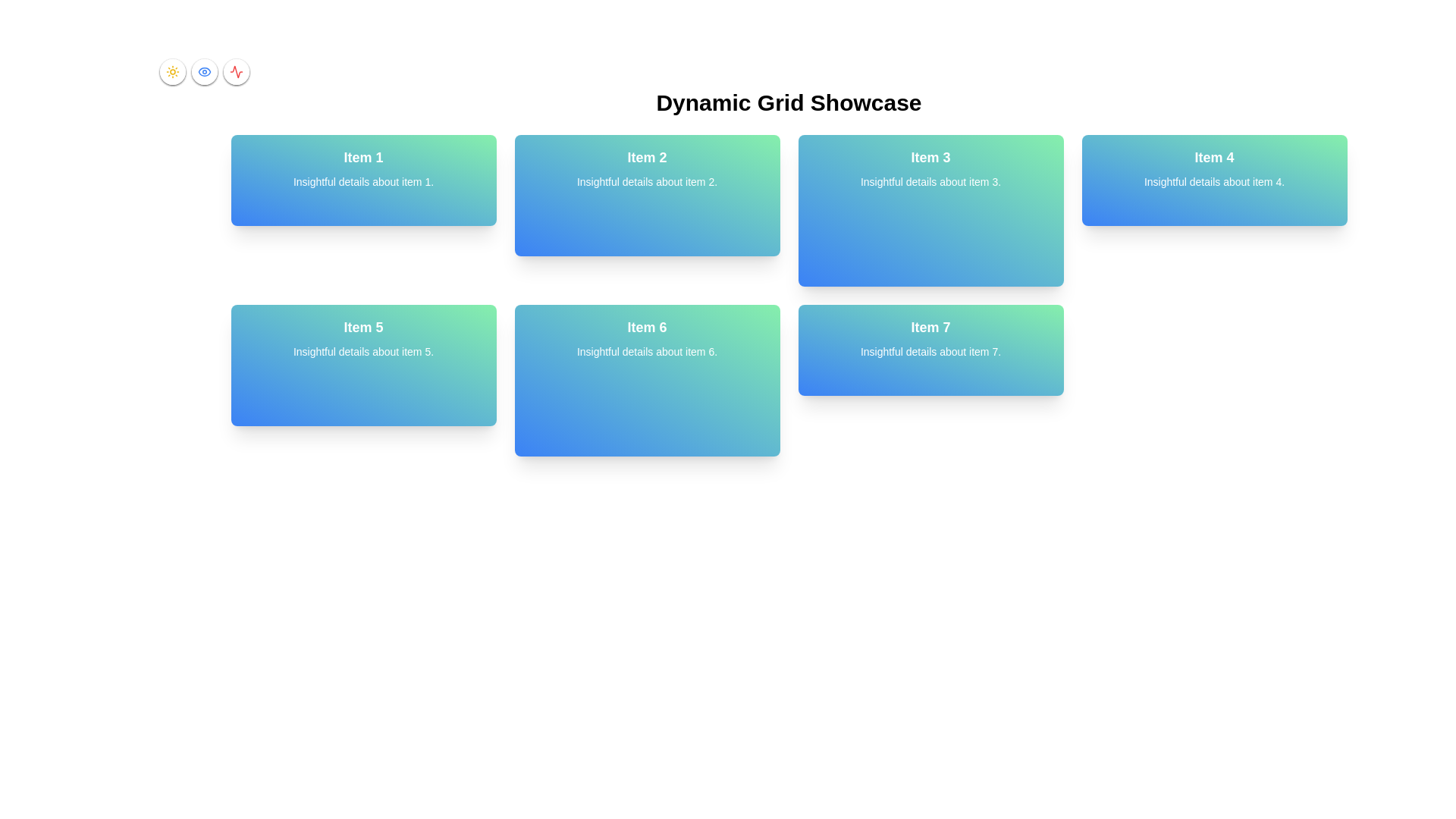  What do you see at coordinates (203, 72) in the screenshot?
I see `the circular button with a white background and a blue eye icon in its center` at bounding box center [203, 72].